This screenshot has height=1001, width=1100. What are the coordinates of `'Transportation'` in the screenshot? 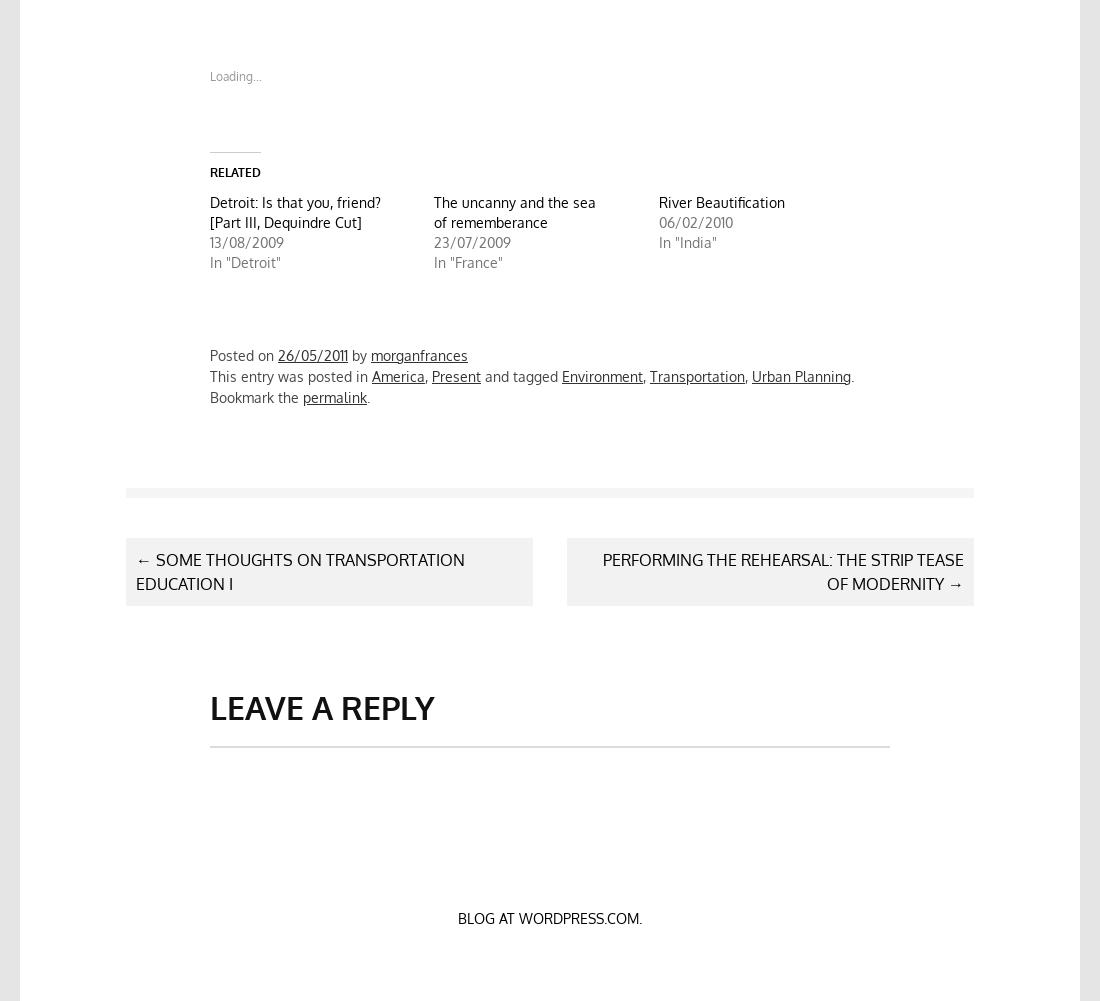 It's located at (696, 375).